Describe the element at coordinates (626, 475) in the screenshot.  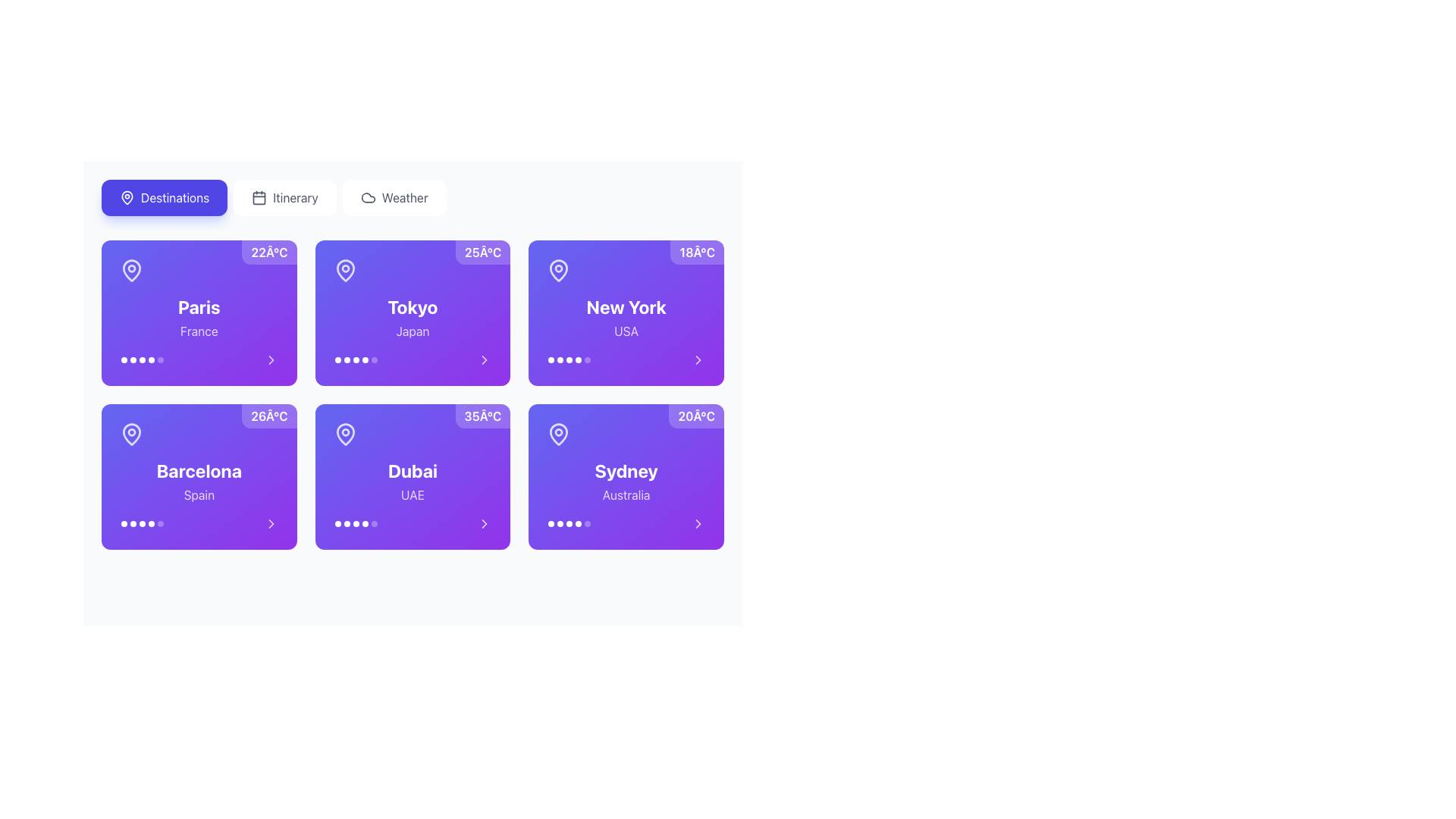
I see `the Weather summary card for Sydney` at that location.